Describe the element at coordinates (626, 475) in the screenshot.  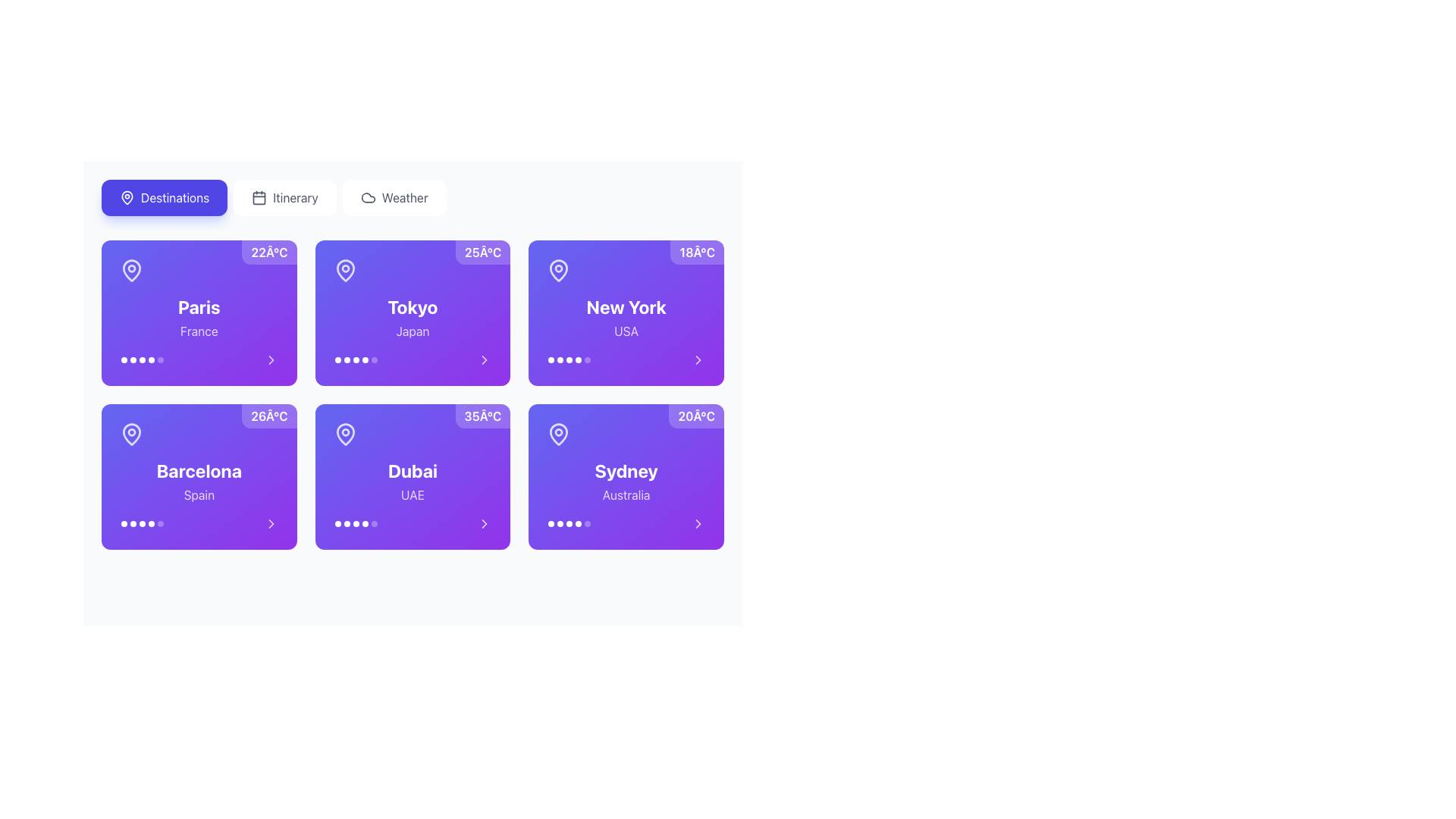
I see `the Weather summary card for Sydney` at that location.